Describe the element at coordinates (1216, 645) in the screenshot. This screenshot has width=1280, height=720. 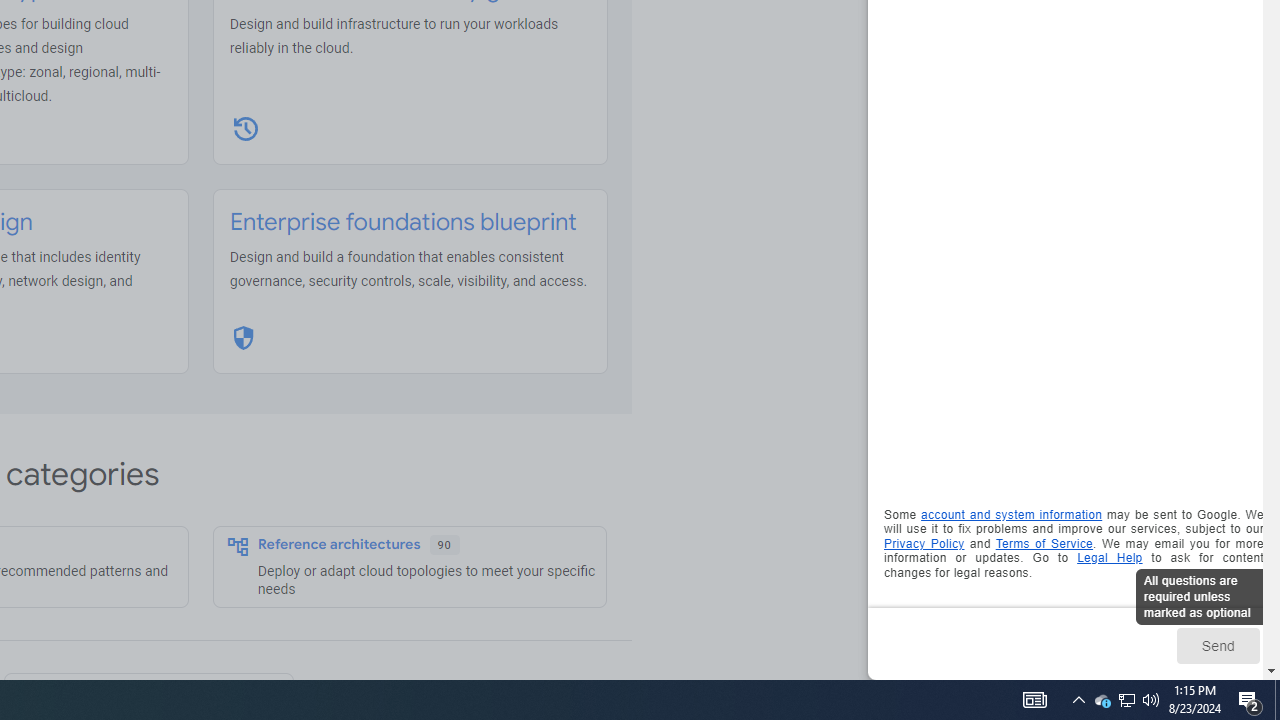
I see `'Send'` at that location.